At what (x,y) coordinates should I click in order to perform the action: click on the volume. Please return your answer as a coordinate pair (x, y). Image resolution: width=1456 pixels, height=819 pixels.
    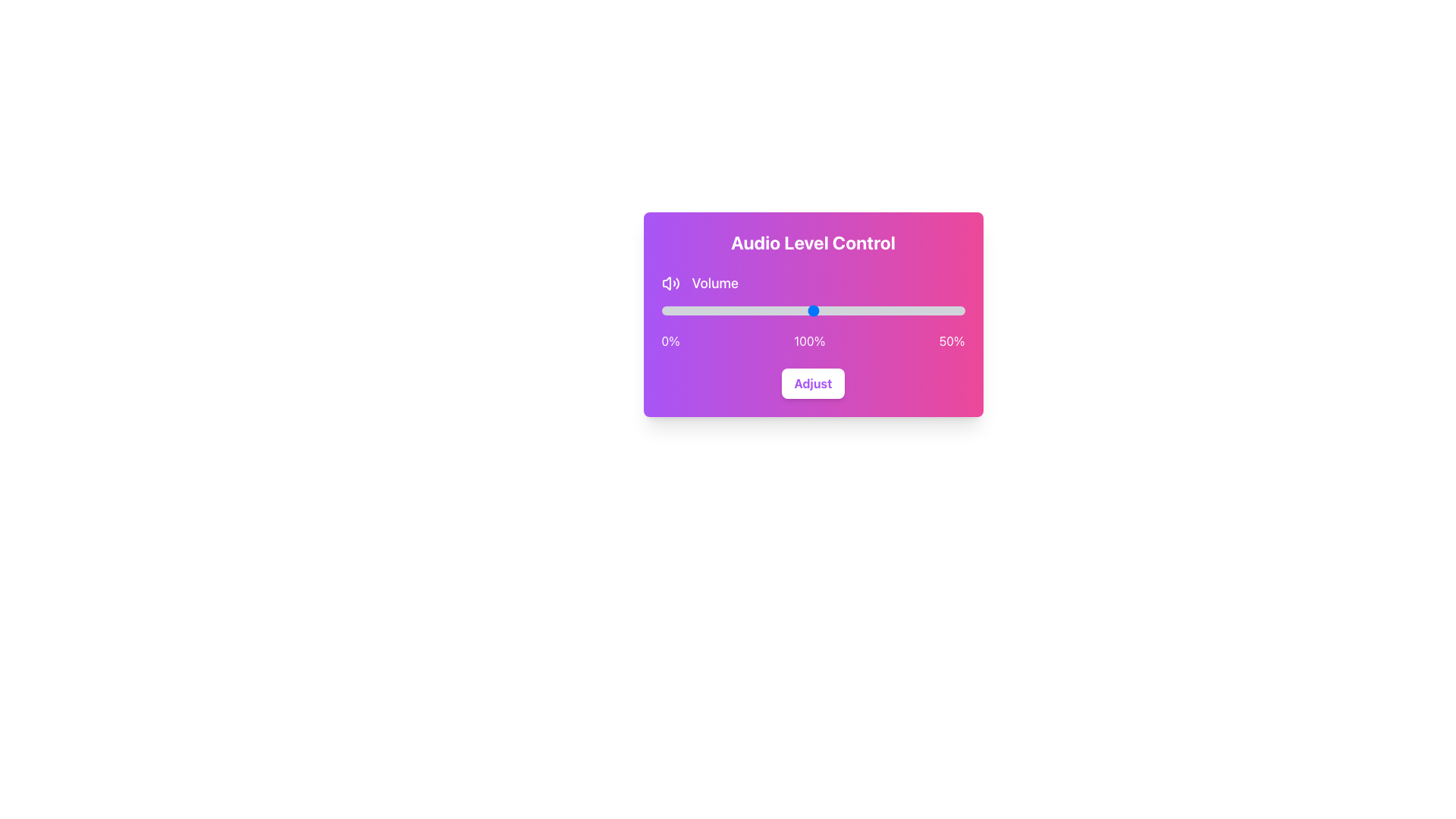
    Looking at the image, I should click on (661, 309).